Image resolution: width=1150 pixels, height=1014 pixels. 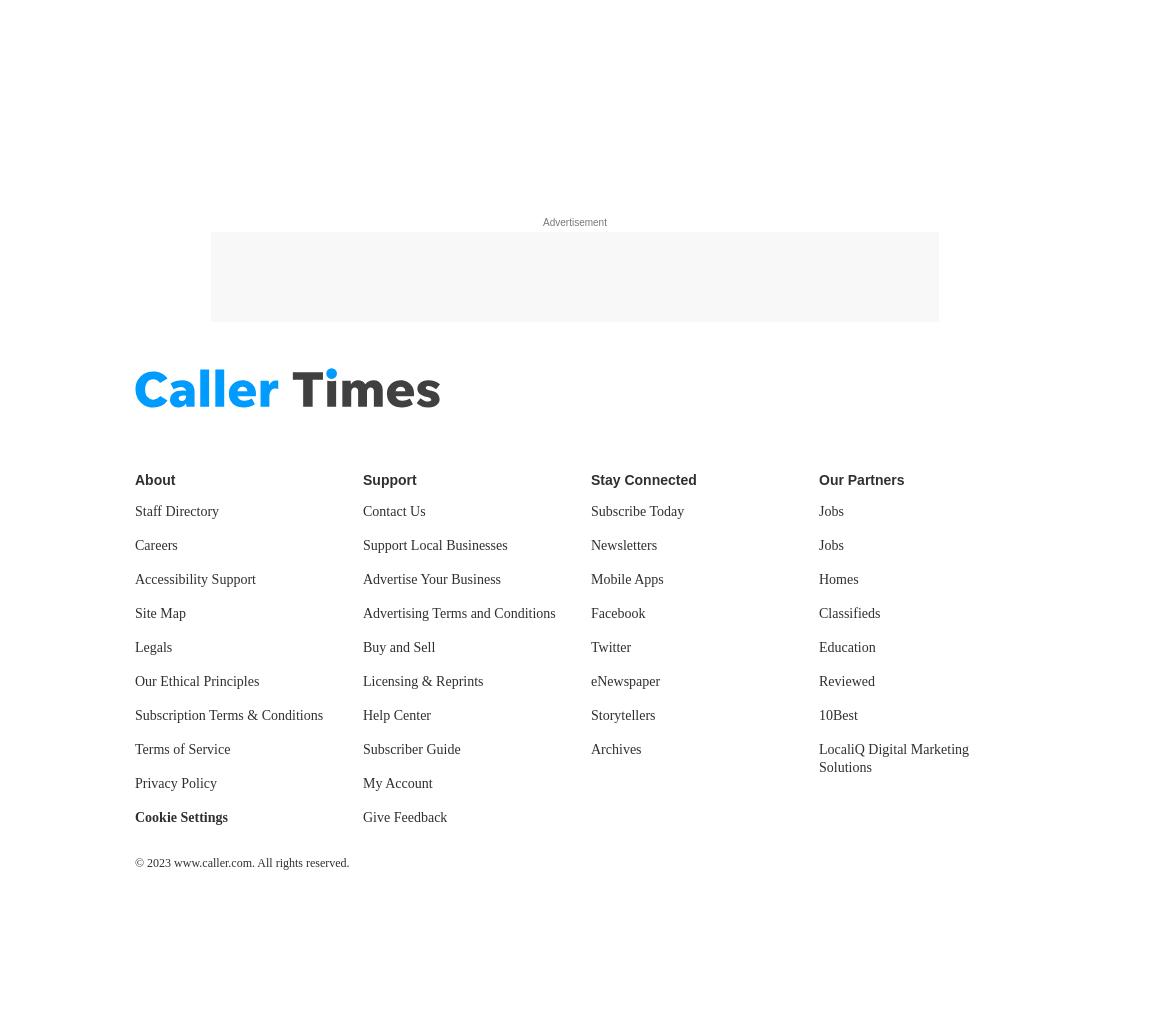 What do you see at coordinates (399, 647) in the screenshot?
I see `'Buy and Sell'` at bounding box center [399, 647].